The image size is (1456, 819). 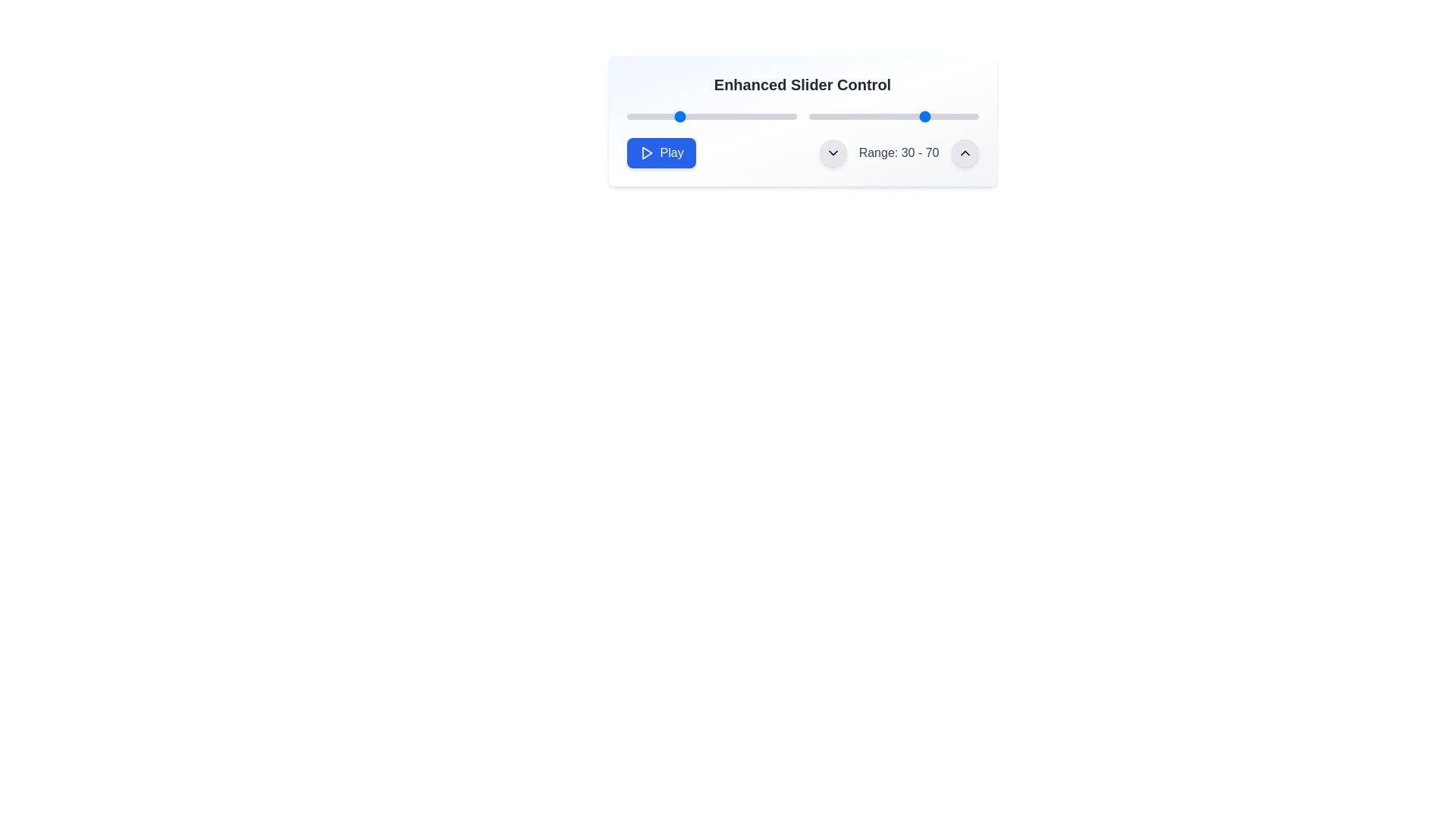 I want to click on the blue 'Play' button with rounded corners and a white play icon, so click(x=661, y=152).